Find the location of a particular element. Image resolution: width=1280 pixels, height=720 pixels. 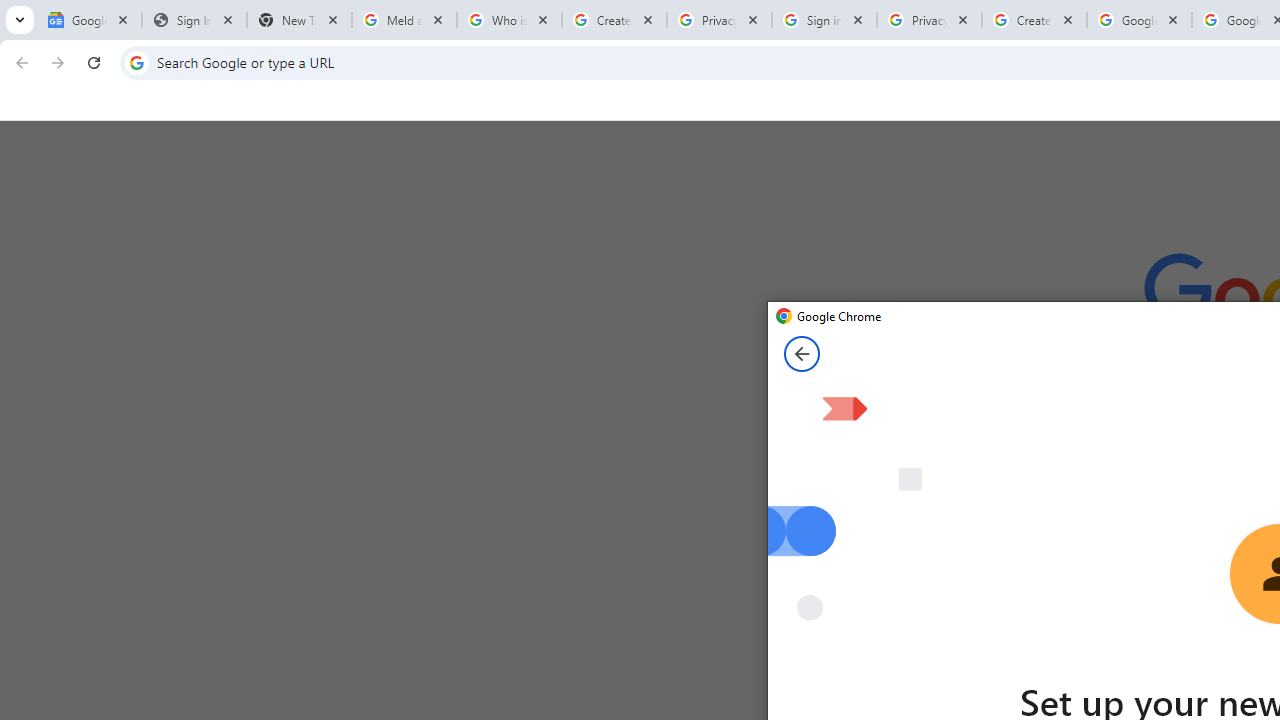

'Sign In - USA TODAY' is located at coordinates (194, 20).